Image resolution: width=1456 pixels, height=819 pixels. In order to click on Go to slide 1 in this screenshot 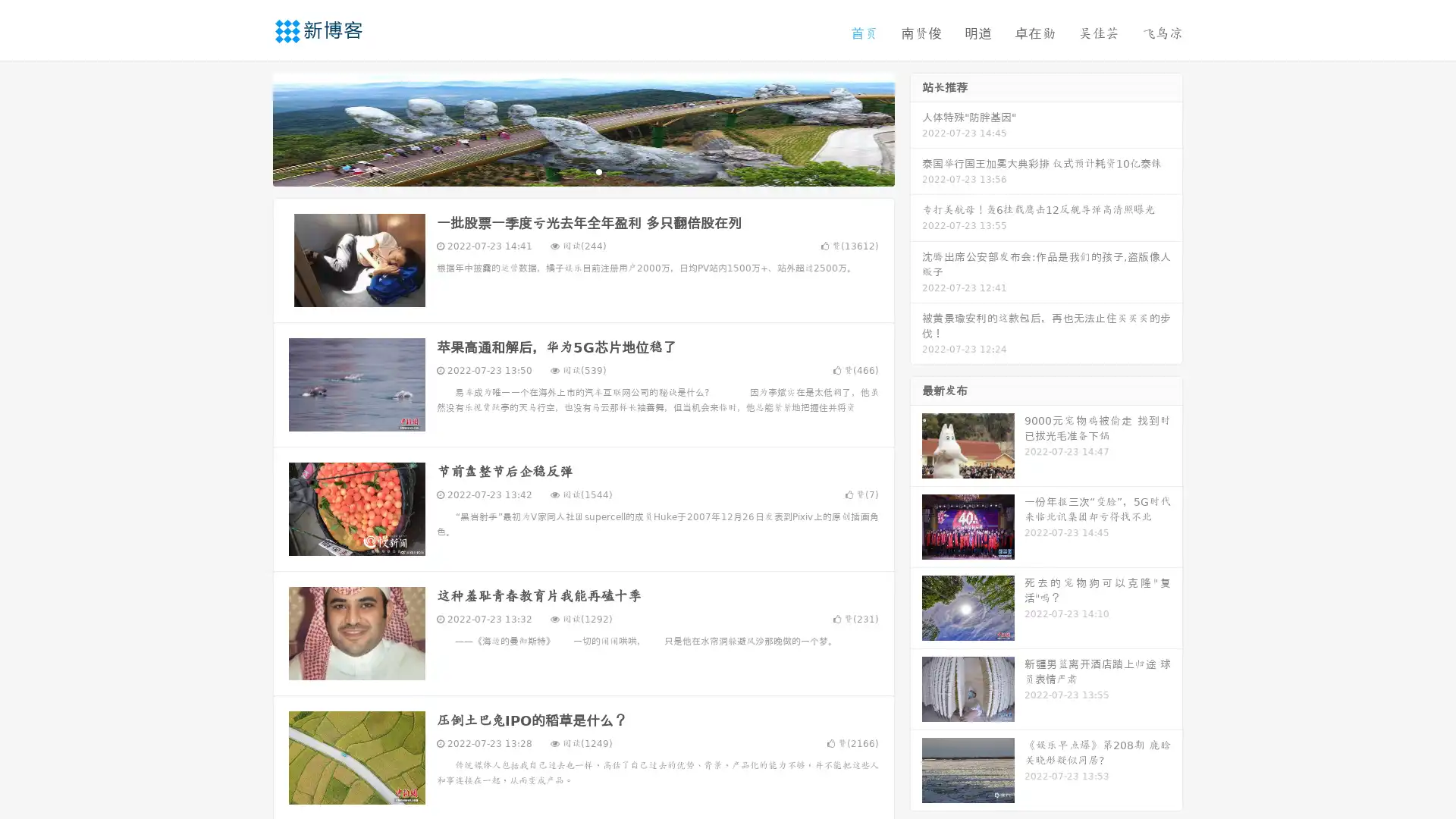, I will do `click(567, 171)`.